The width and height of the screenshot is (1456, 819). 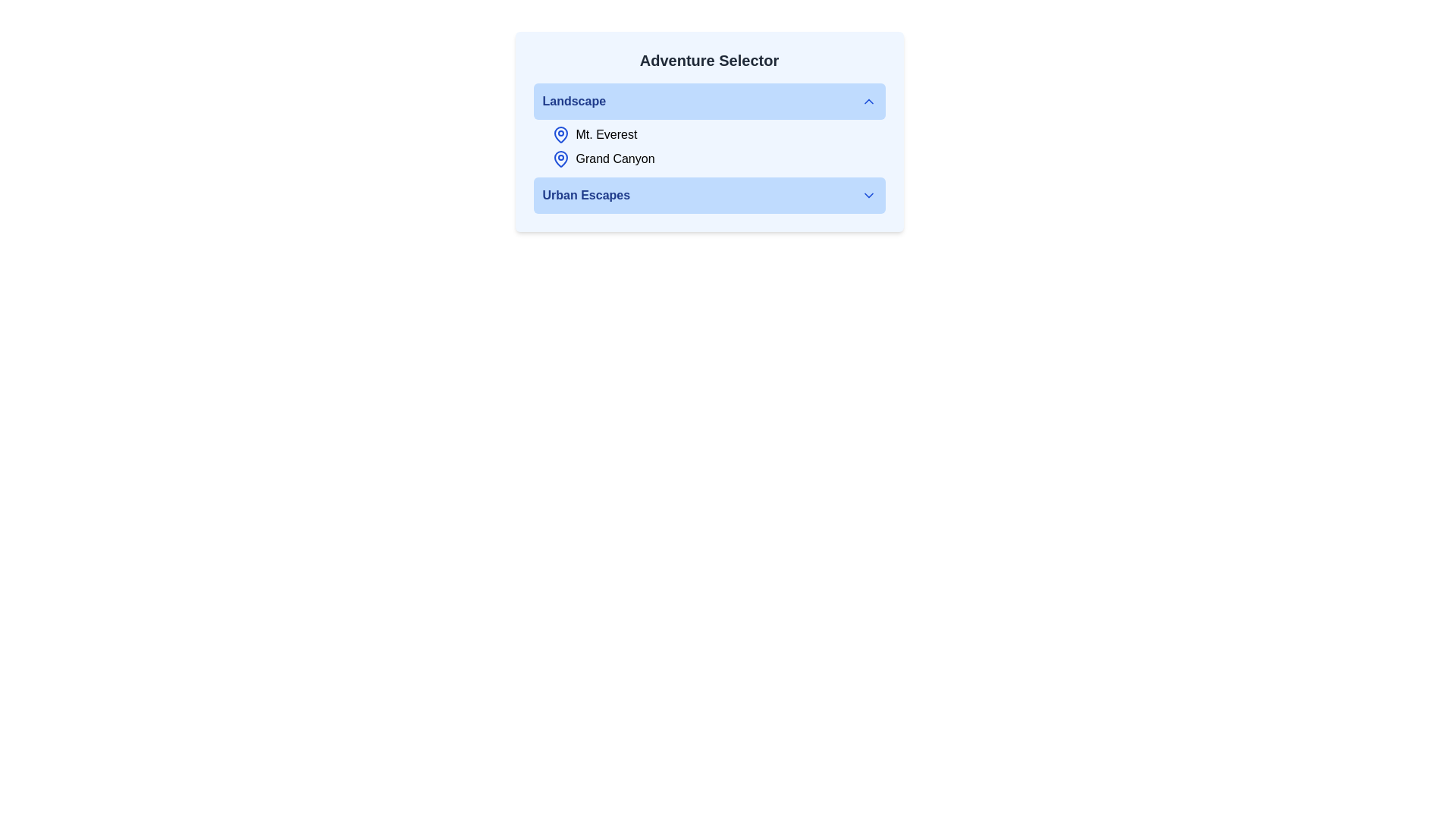 I want to click on the pin-shaped graphical icon with a blue border in the 'Landscape' dropdown menu next to 'Grand Canyon', so click(x=560, y=133).